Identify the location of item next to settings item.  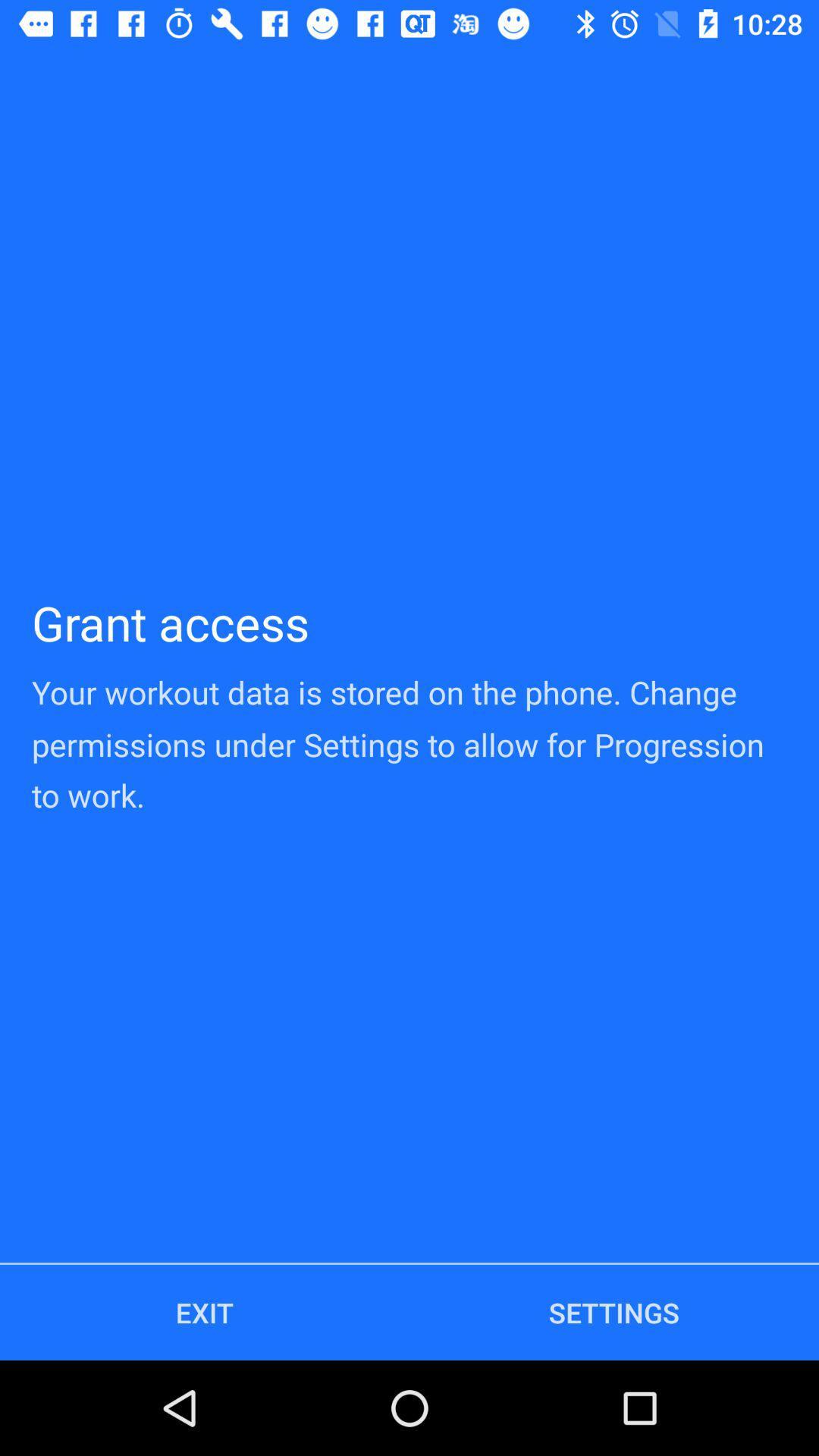
(205, 1312).